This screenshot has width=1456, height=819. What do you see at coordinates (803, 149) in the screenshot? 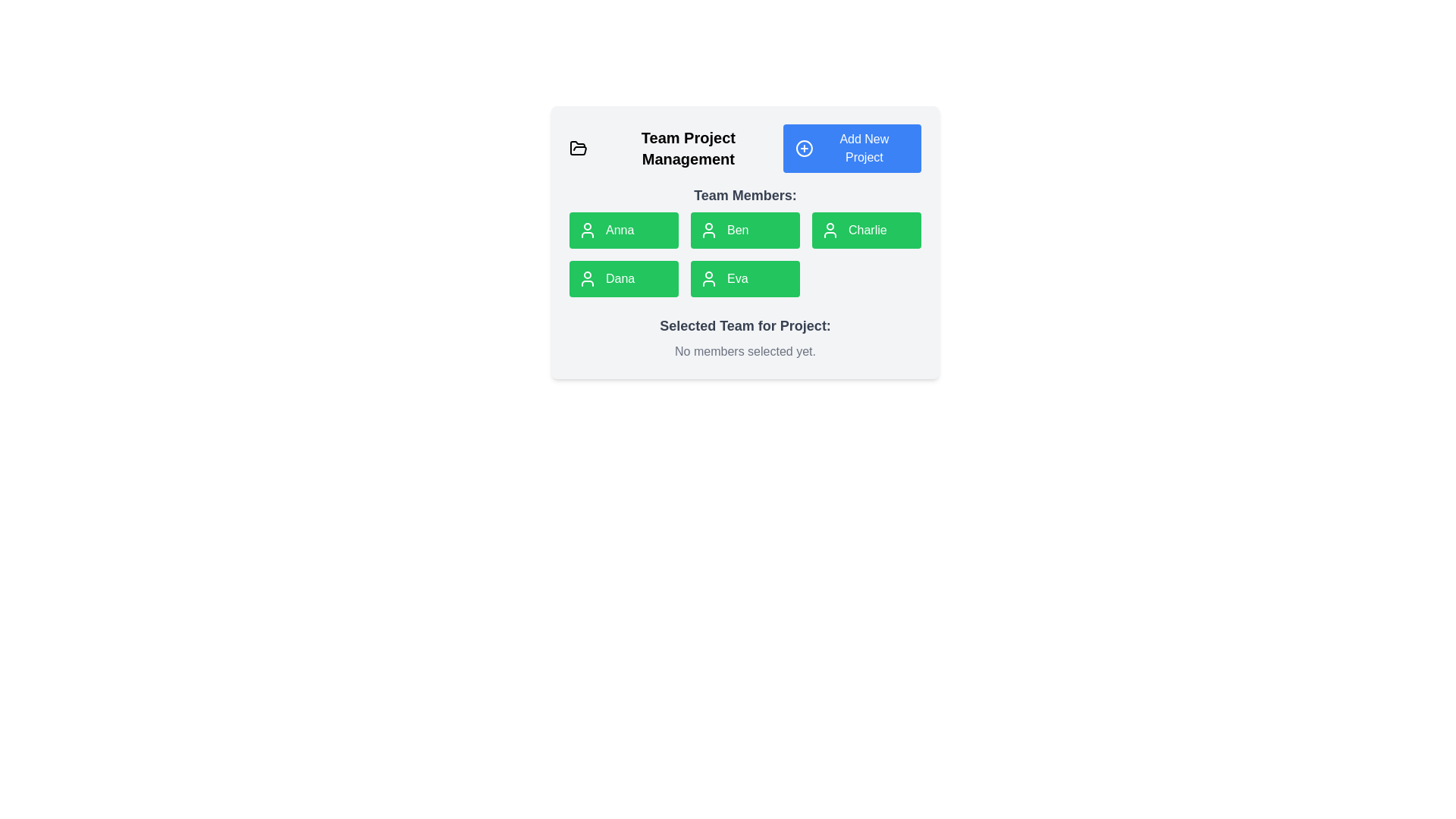
I see `the circle plus icon located within the blue button labeled 'Add New Project' in the top-right section of the 'Team Project Management' interface` at bounding box center [803, 149].